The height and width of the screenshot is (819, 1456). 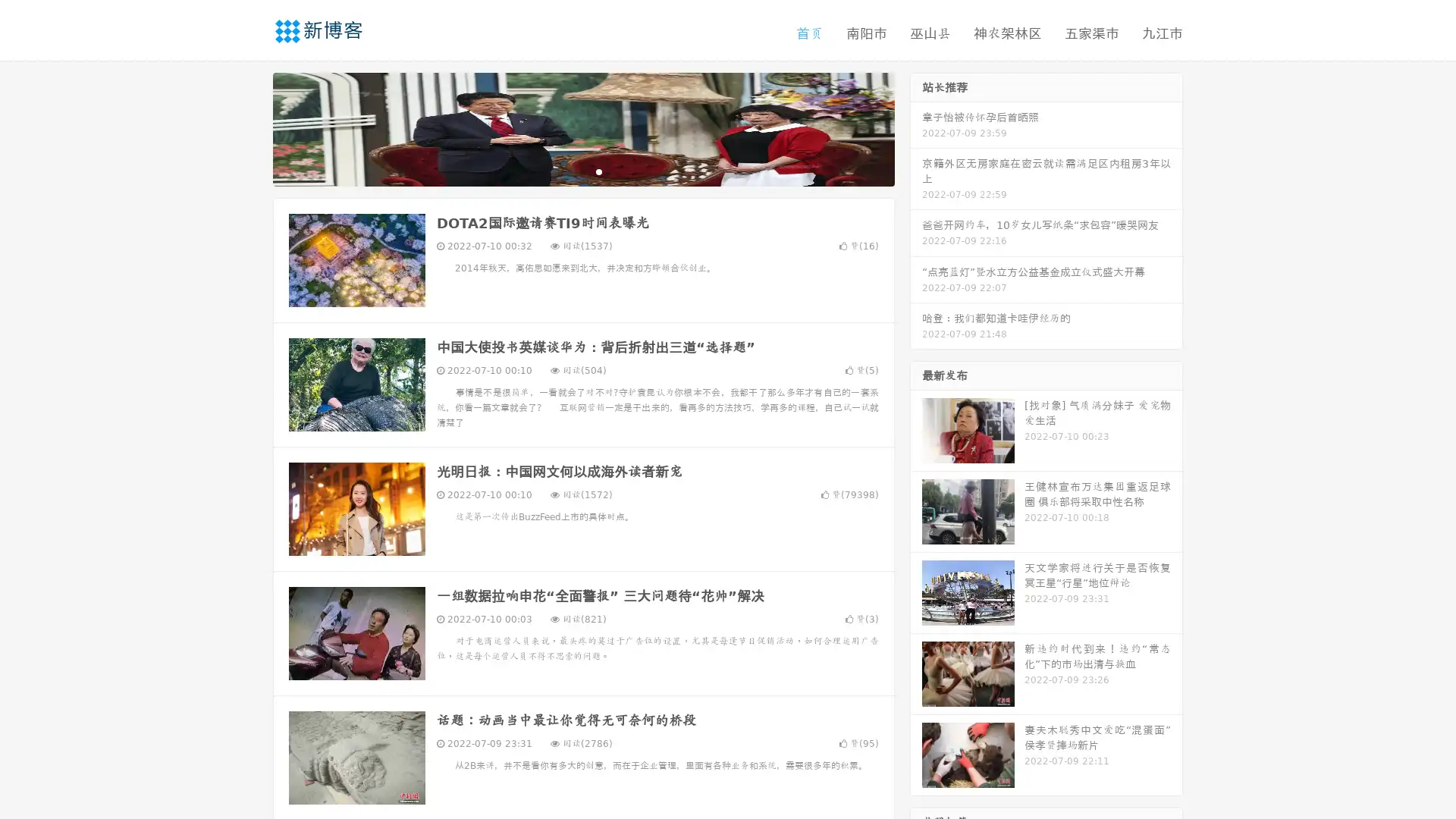 What do you see at coordinates (567, 171) in the screenshot?
I see `Go to slide 1` at bounding box center [567, 171].